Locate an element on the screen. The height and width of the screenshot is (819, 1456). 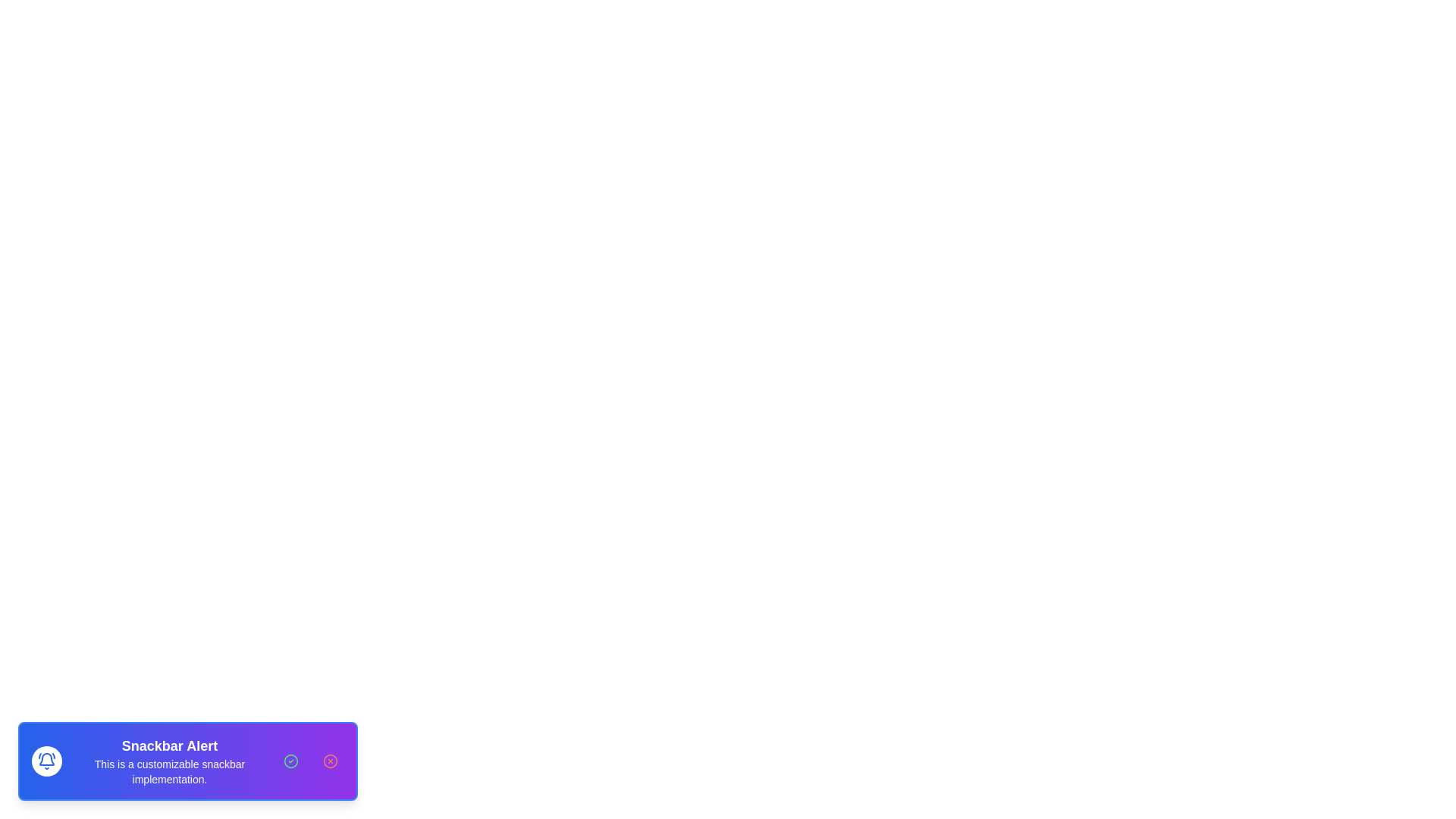
the bell icon to interact with it is located at coordinates (47, 761).